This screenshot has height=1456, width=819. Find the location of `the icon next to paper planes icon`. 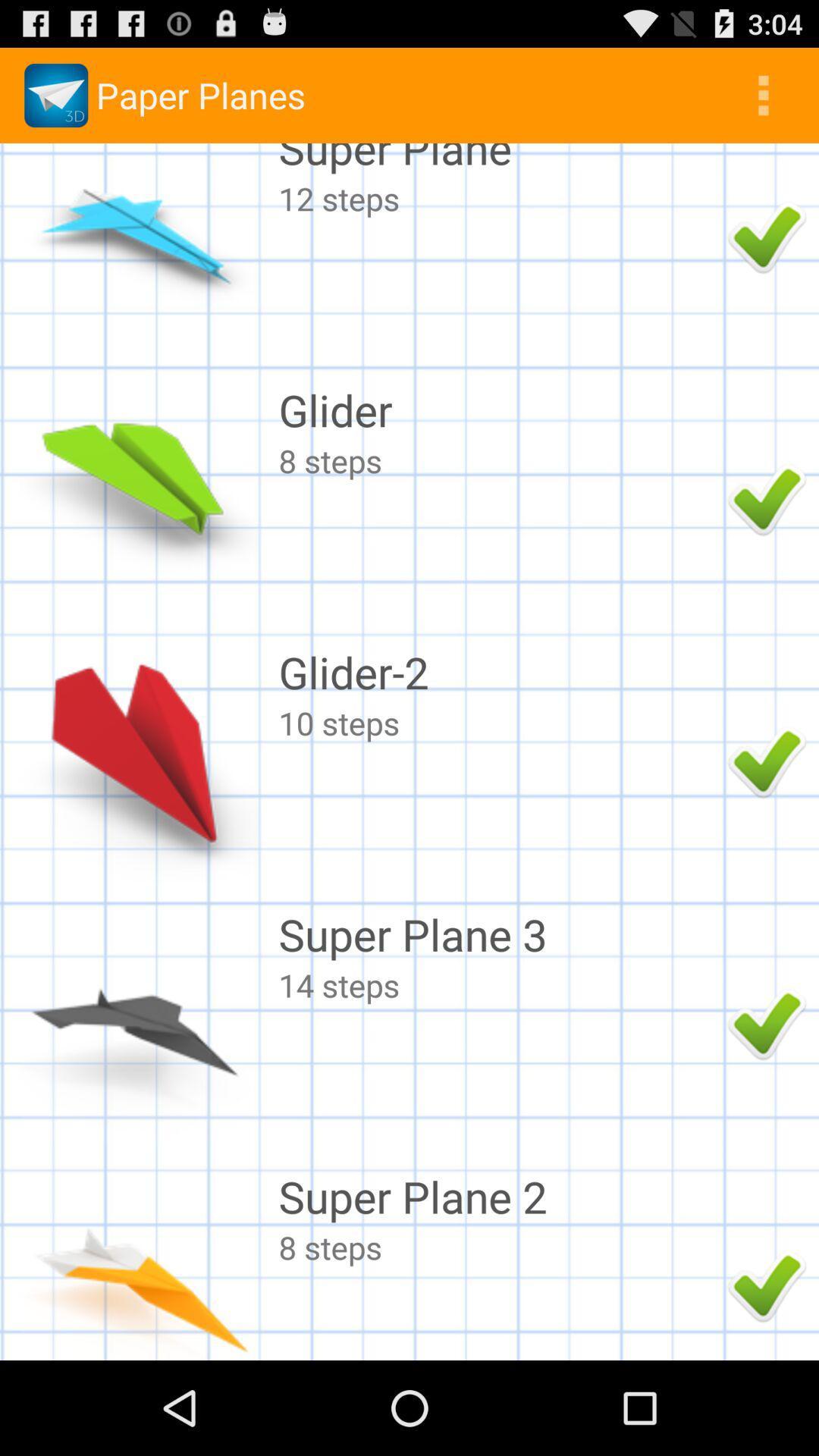

the icon next to paper planes icon is located at coordinates (763, 94).